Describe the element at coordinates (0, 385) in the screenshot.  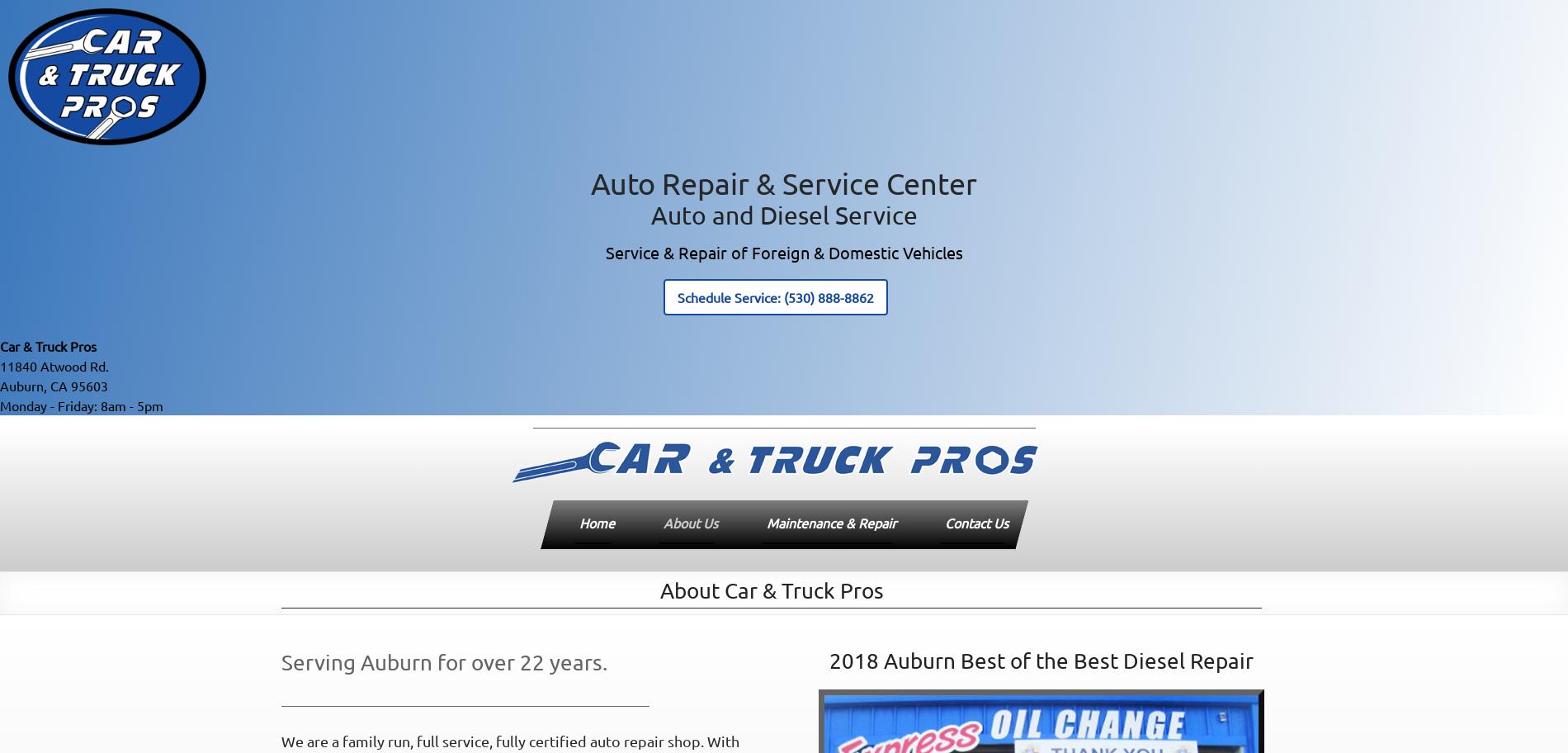
I see `'Auburn, CA 95603'` at that location.